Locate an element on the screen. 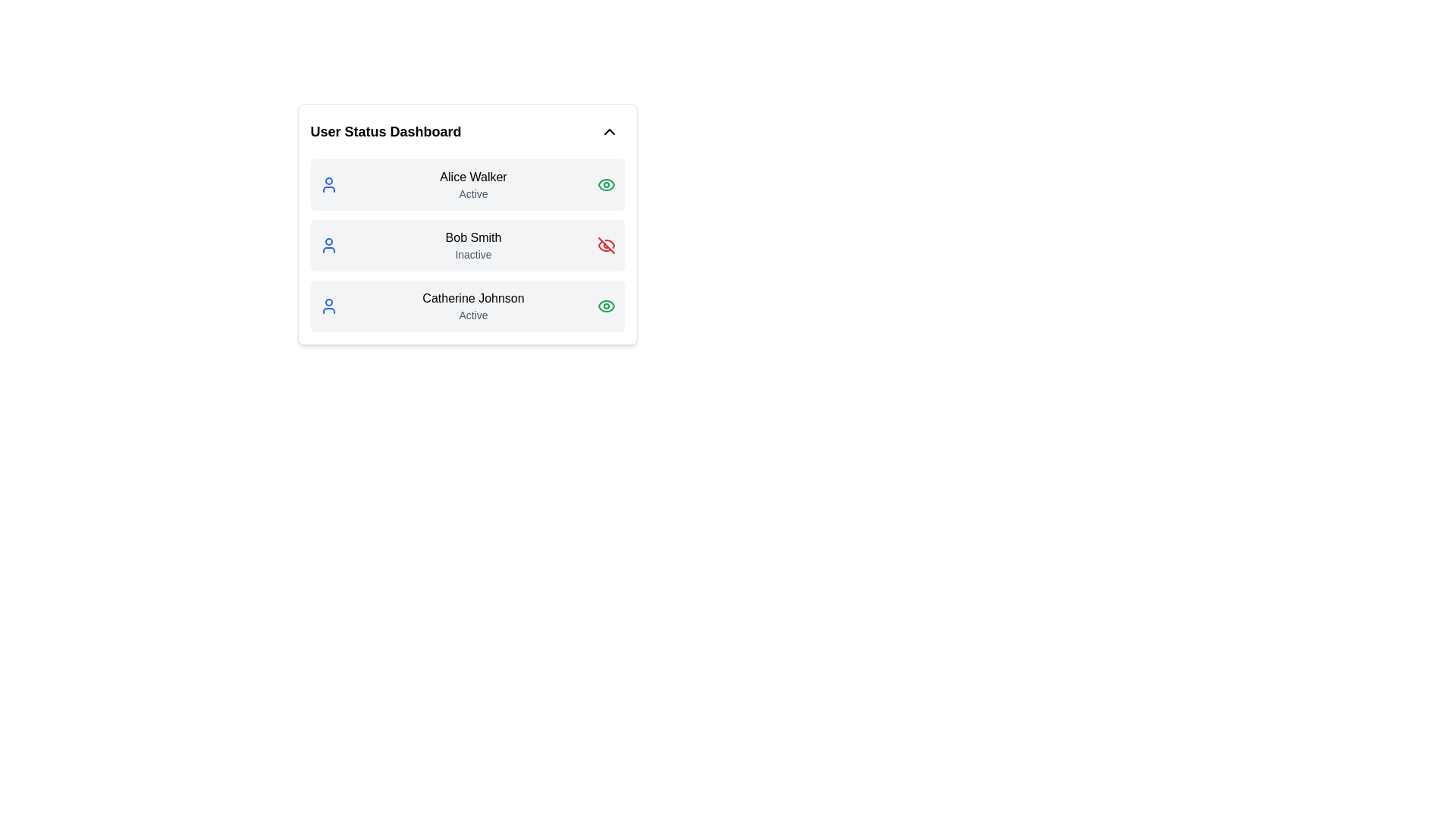 This screenshot has height=819, width=1456. name displayed in the text label element that shows 'Catherine Johnson', which is part of a user entry in the 'User Status Dashboard' is located at coordinates (472, 298).